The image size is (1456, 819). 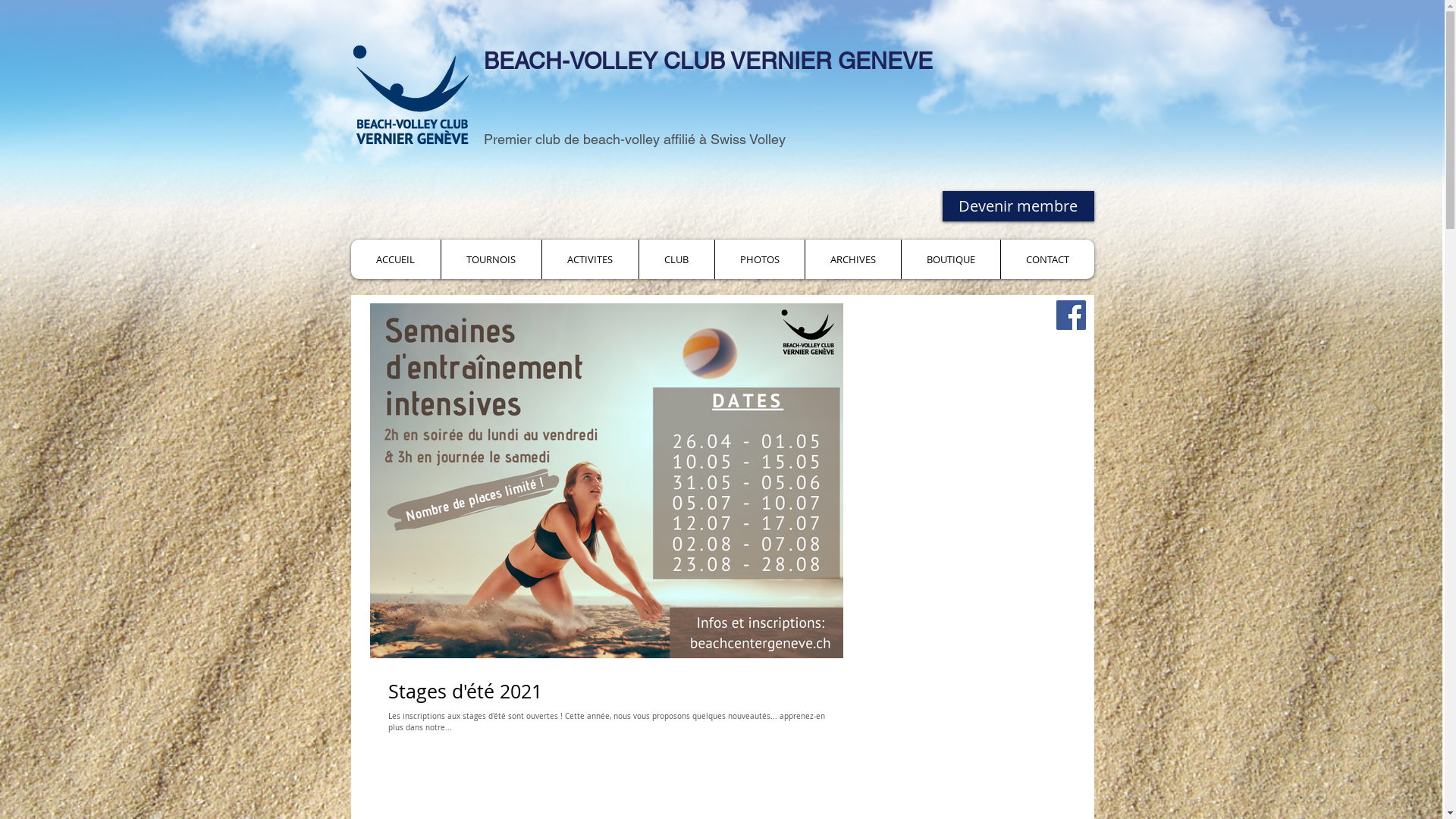 What do you see at coordinates (1018, 206) in the screenshot?
I see `'Devenir membre'` at bounding box center [1018, 206].